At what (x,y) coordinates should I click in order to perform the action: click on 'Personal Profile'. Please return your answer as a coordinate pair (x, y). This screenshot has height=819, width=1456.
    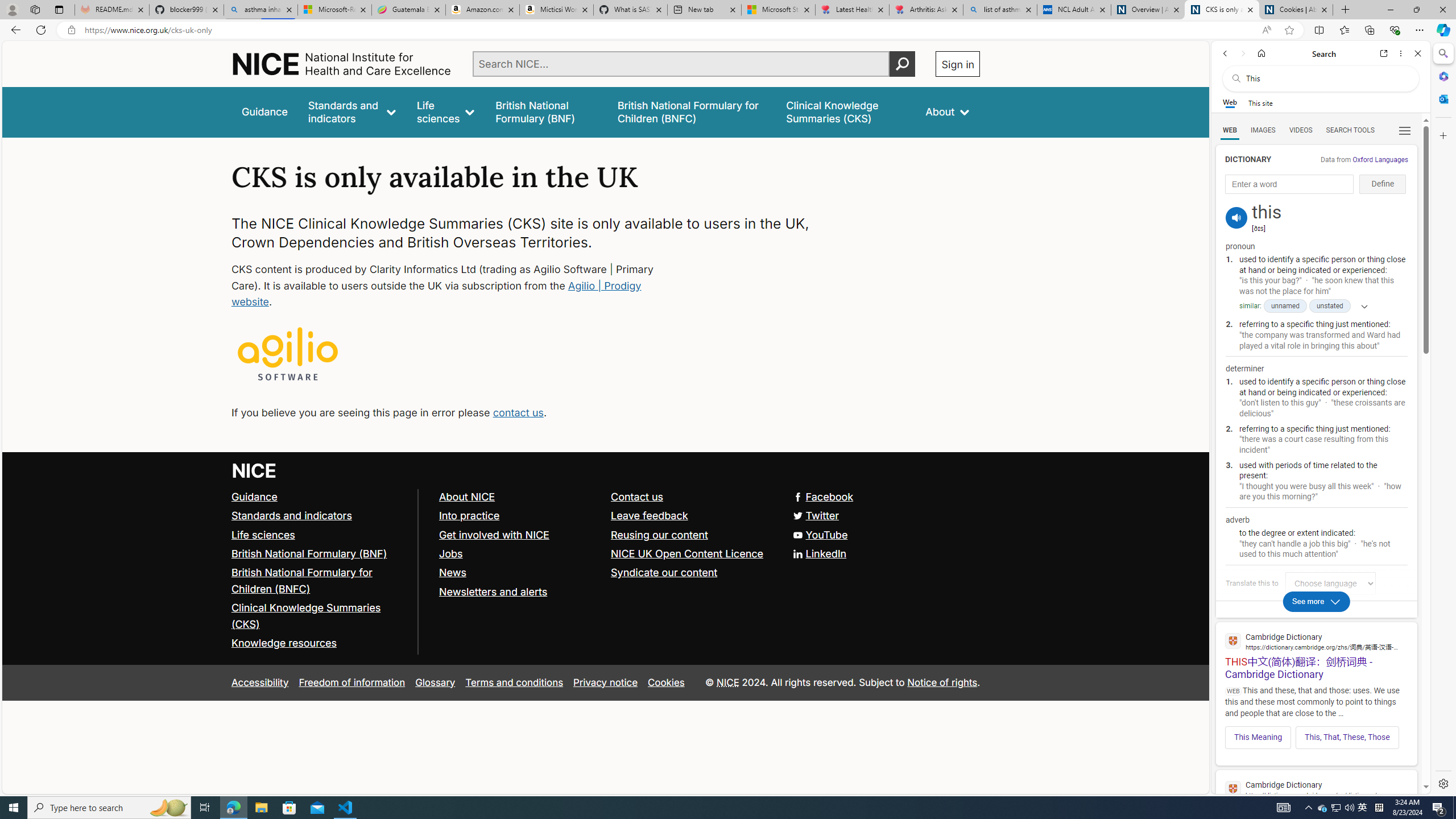
    Looking at the image, I should click on (11, 9).